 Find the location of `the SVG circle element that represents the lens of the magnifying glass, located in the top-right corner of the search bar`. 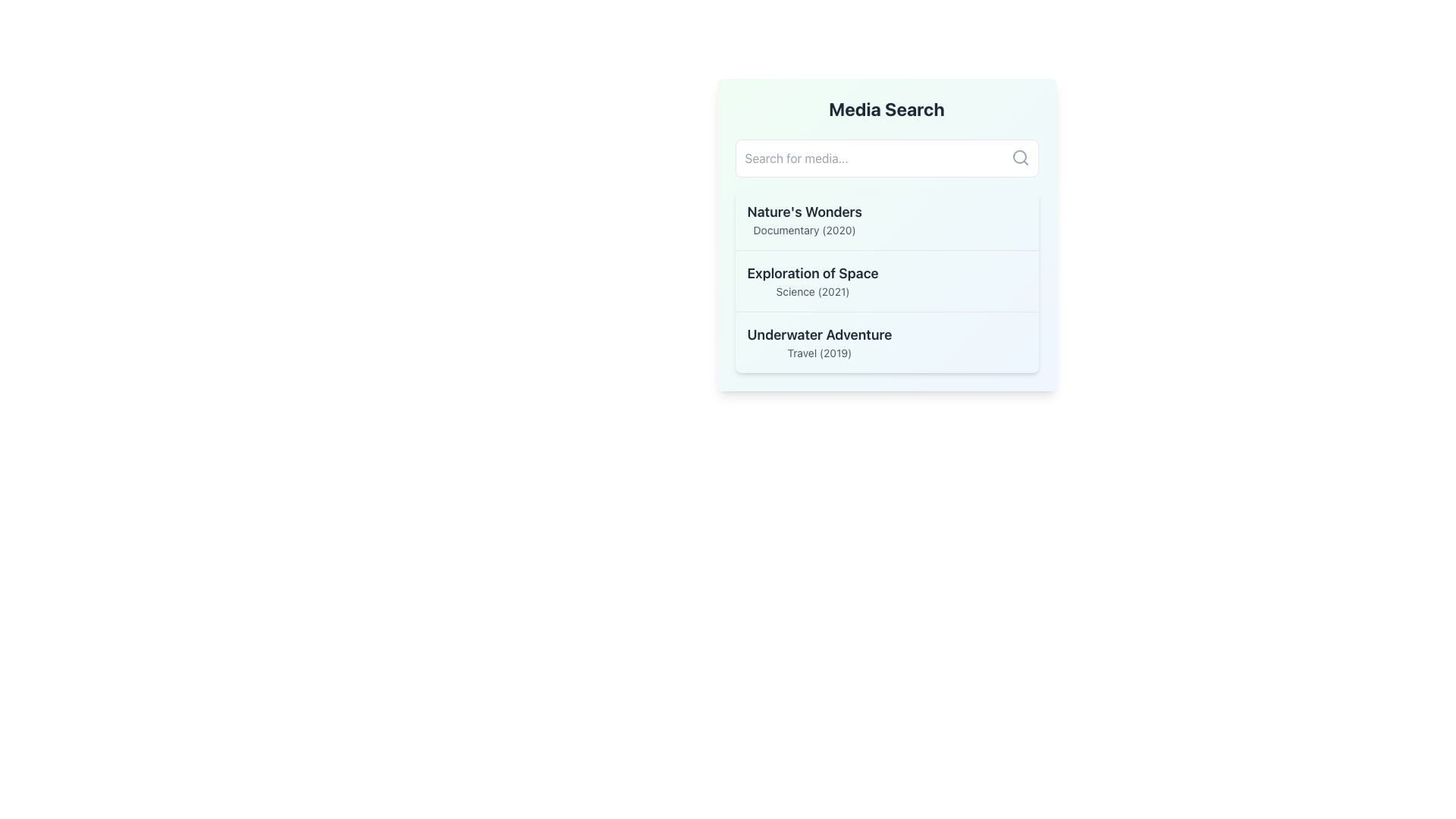

the SVG circle element that represents the lens of the magnifying glass, located in the top-right corner of the search bar is located at coordinates (1019, 157).